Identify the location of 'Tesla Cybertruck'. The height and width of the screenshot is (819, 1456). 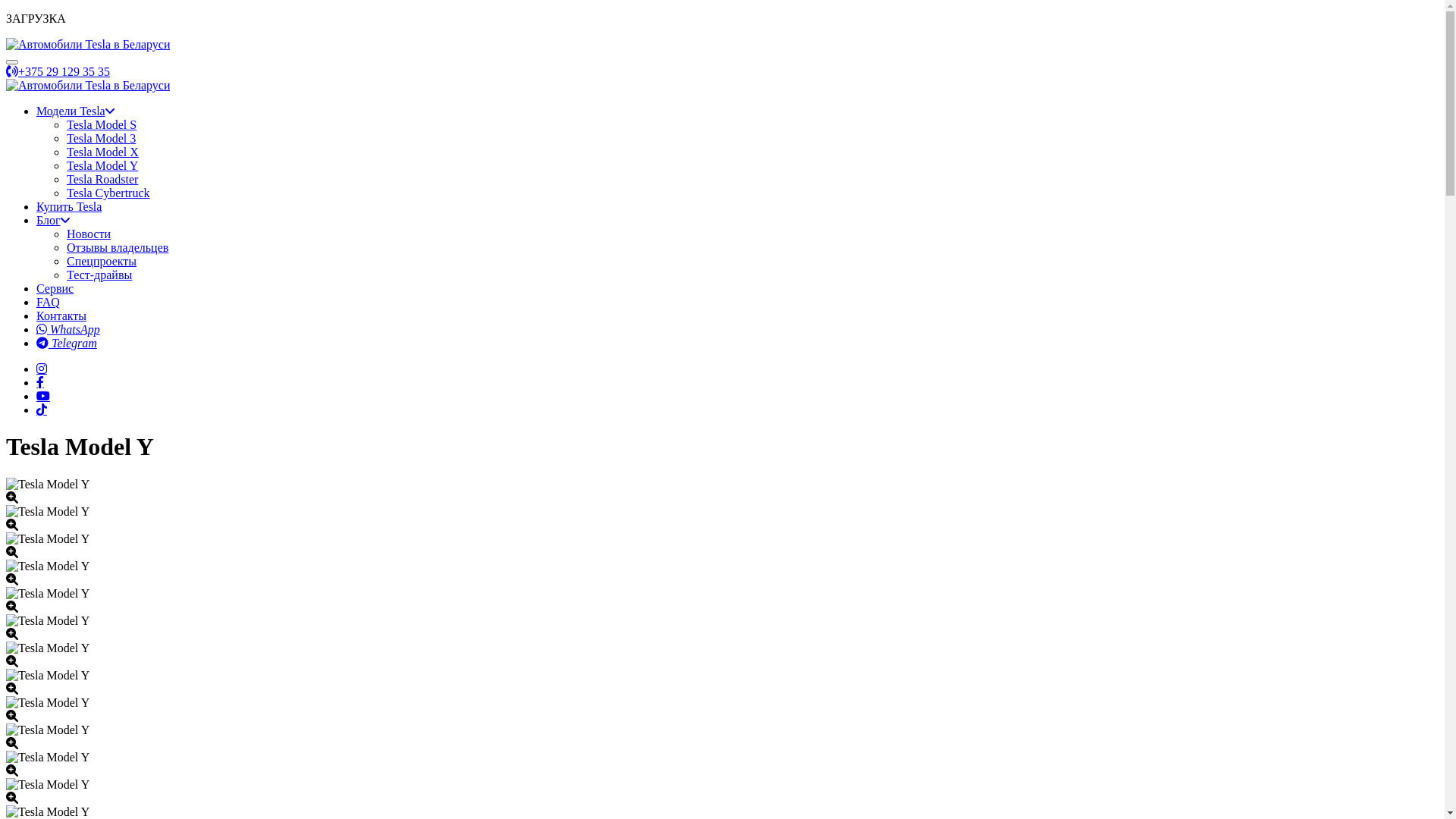
(108, 192).